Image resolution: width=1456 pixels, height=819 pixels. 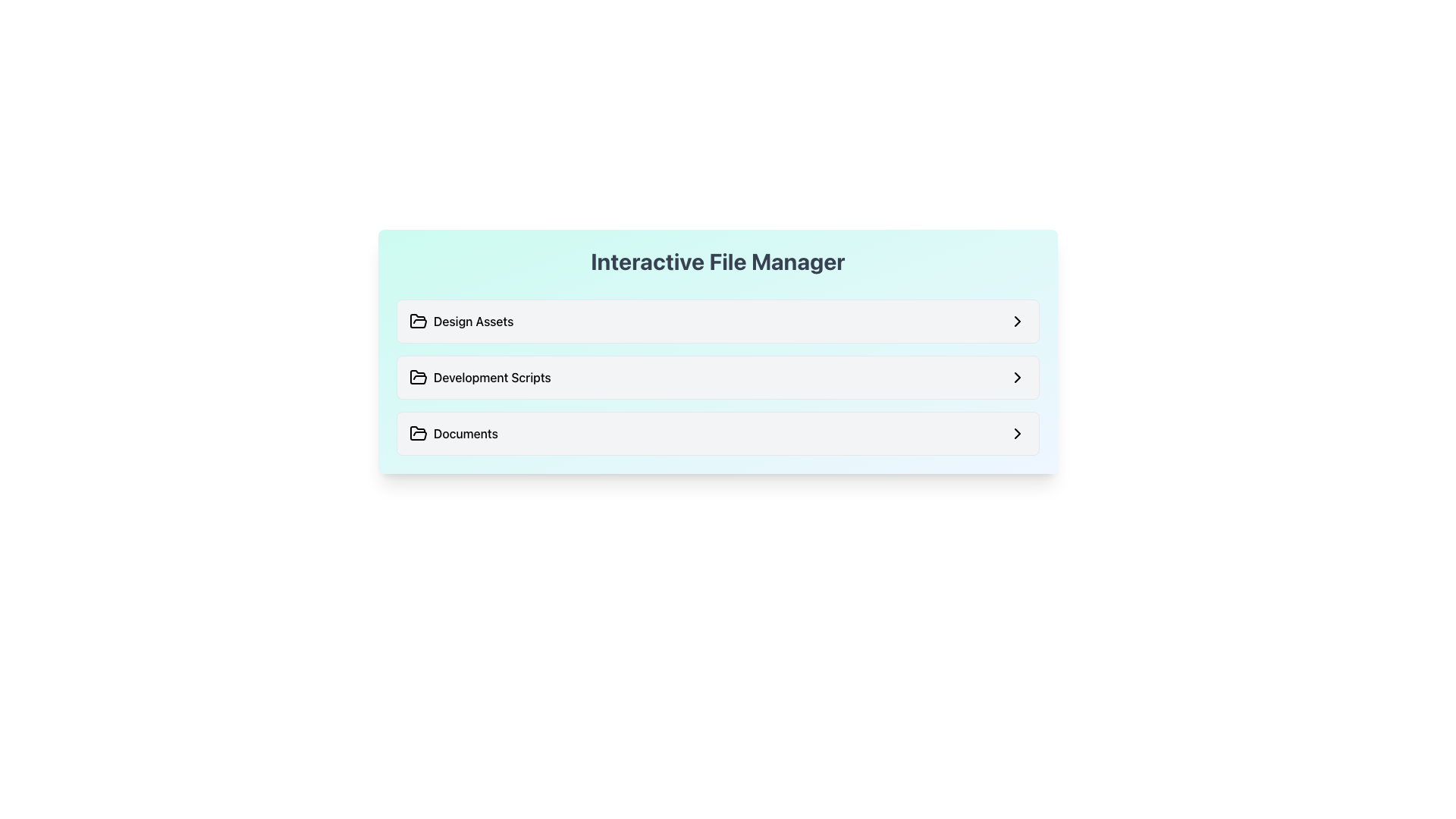 I want to click on the open folder icon located beside the text 'Development Scripts' in the second row of the list, so click(x=419, y=376).